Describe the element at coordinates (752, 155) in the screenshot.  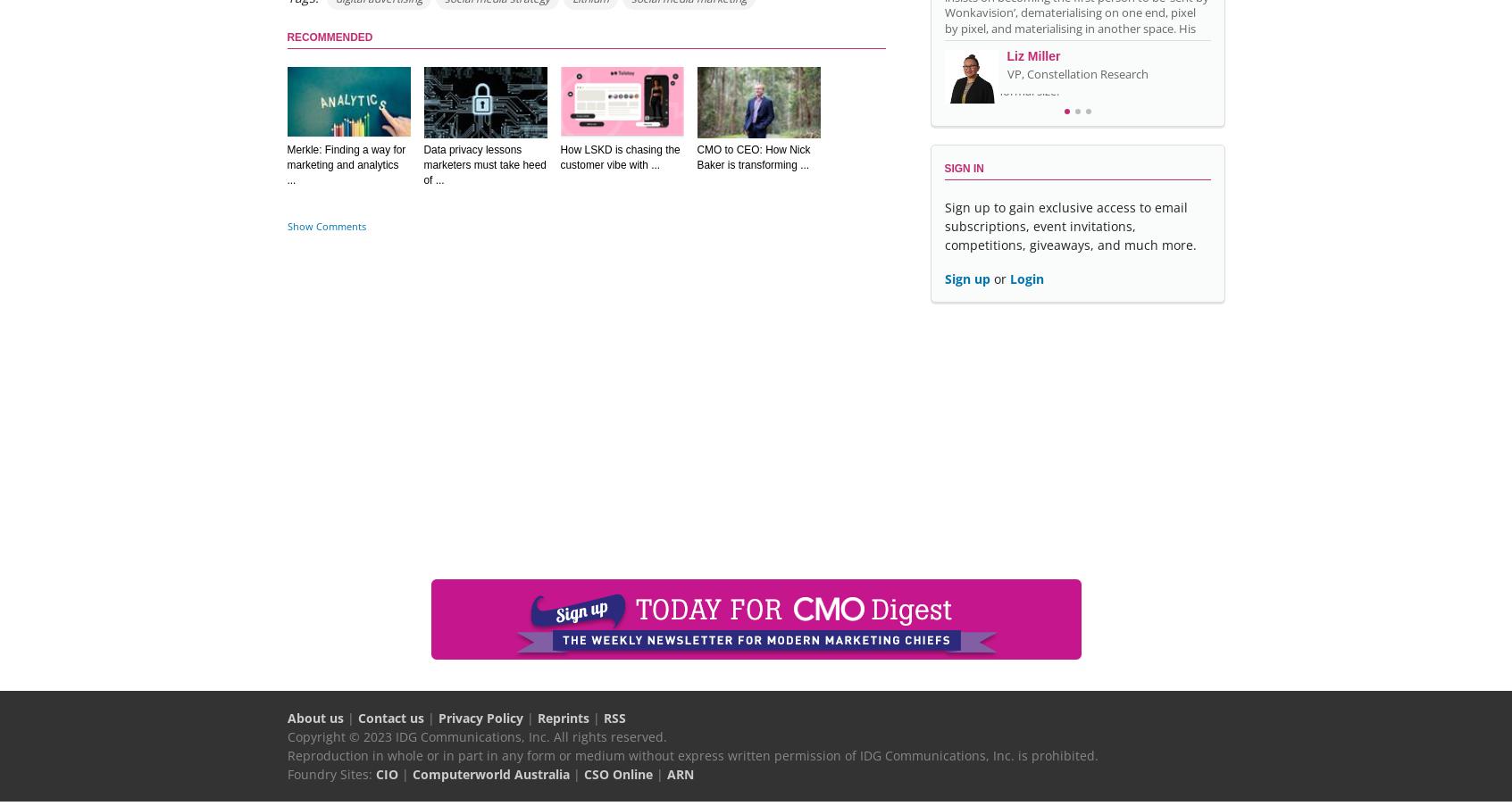
I see `'CMO to CEO: How Nick Baker is transforming ...'` at that location.